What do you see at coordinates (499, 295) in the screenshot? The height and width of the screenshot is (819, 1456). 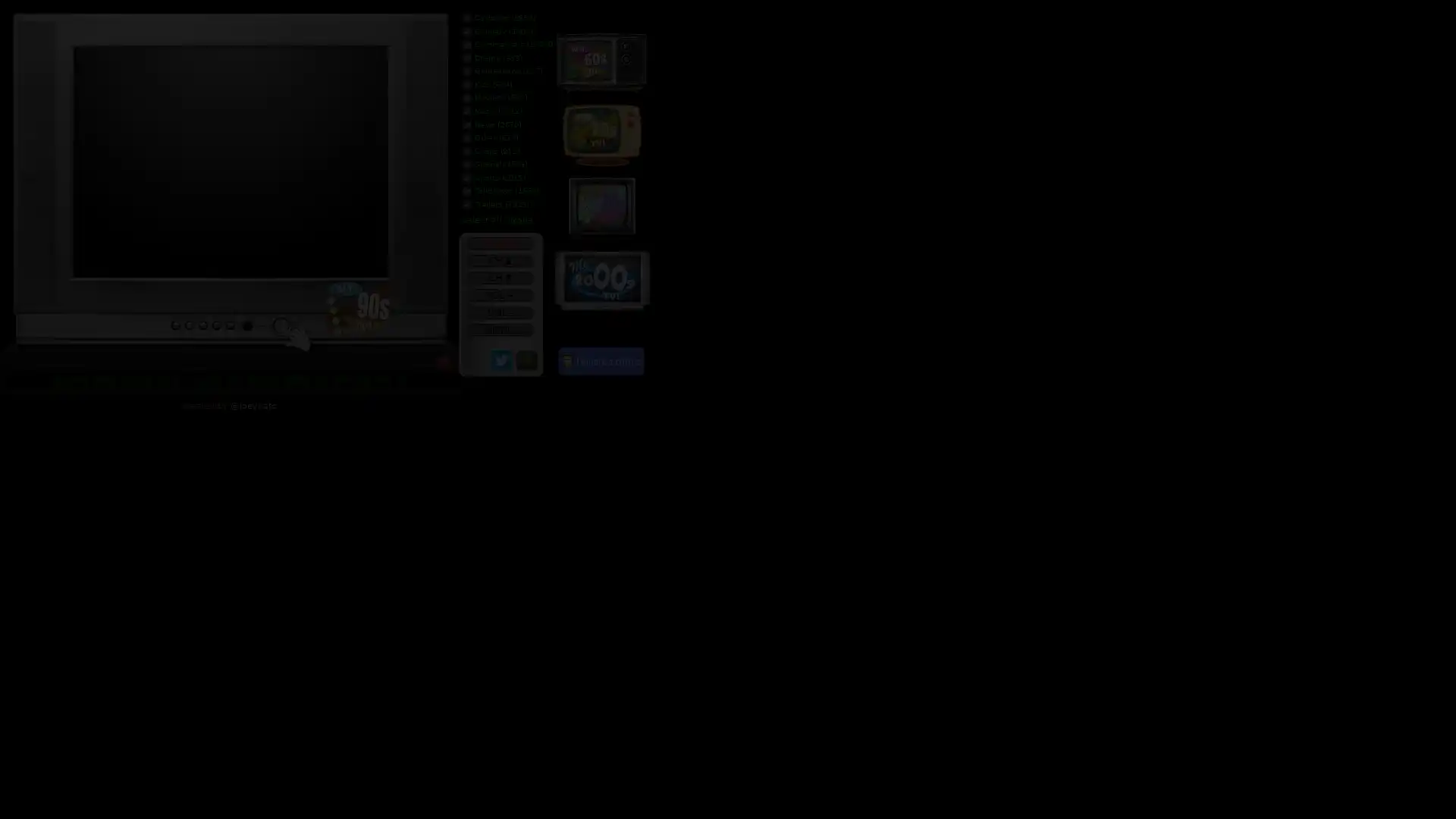 I see `VOL +` at bounding box center [499, 295].